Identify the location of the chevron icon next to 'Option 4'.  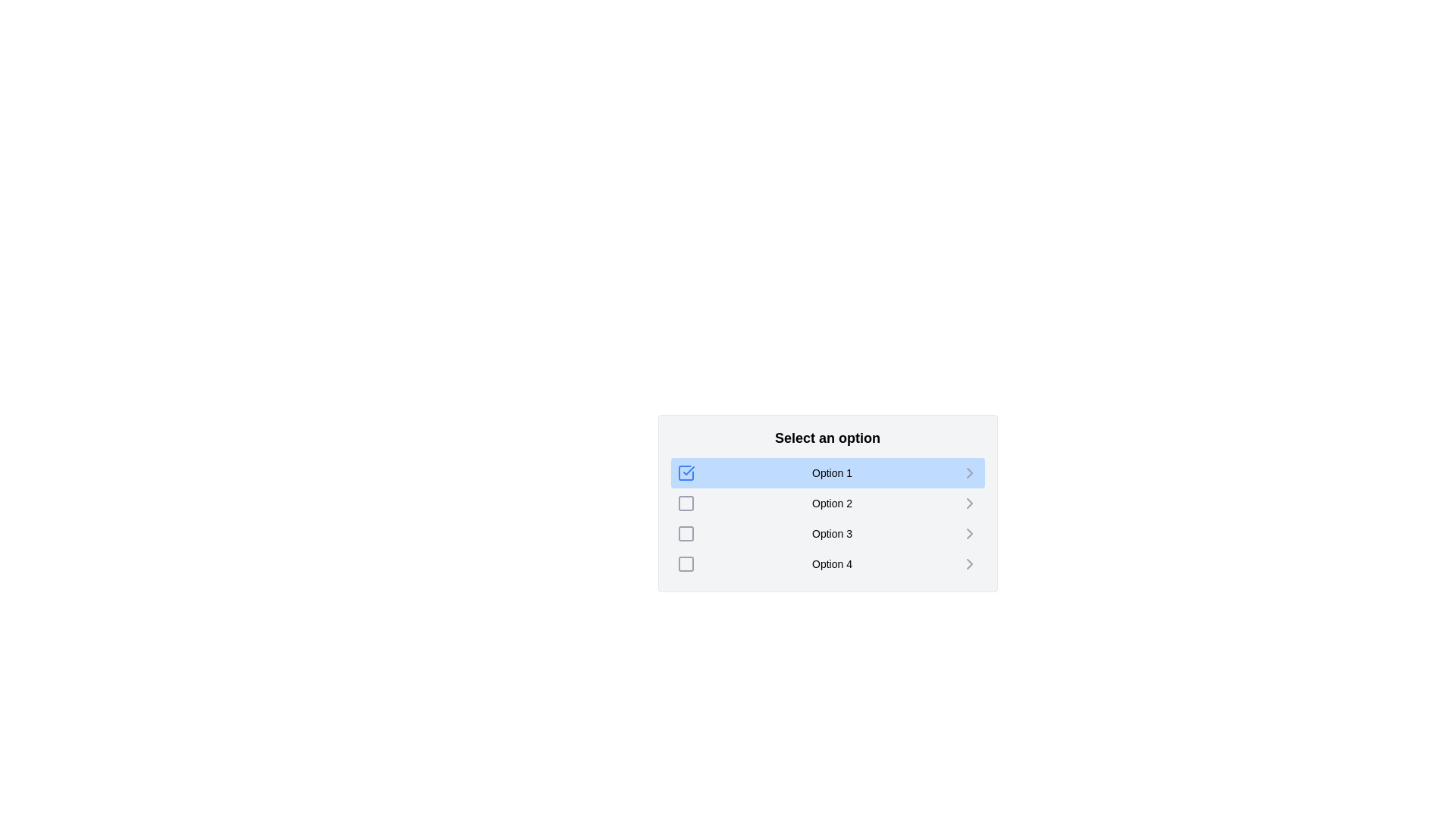
(968, 564).